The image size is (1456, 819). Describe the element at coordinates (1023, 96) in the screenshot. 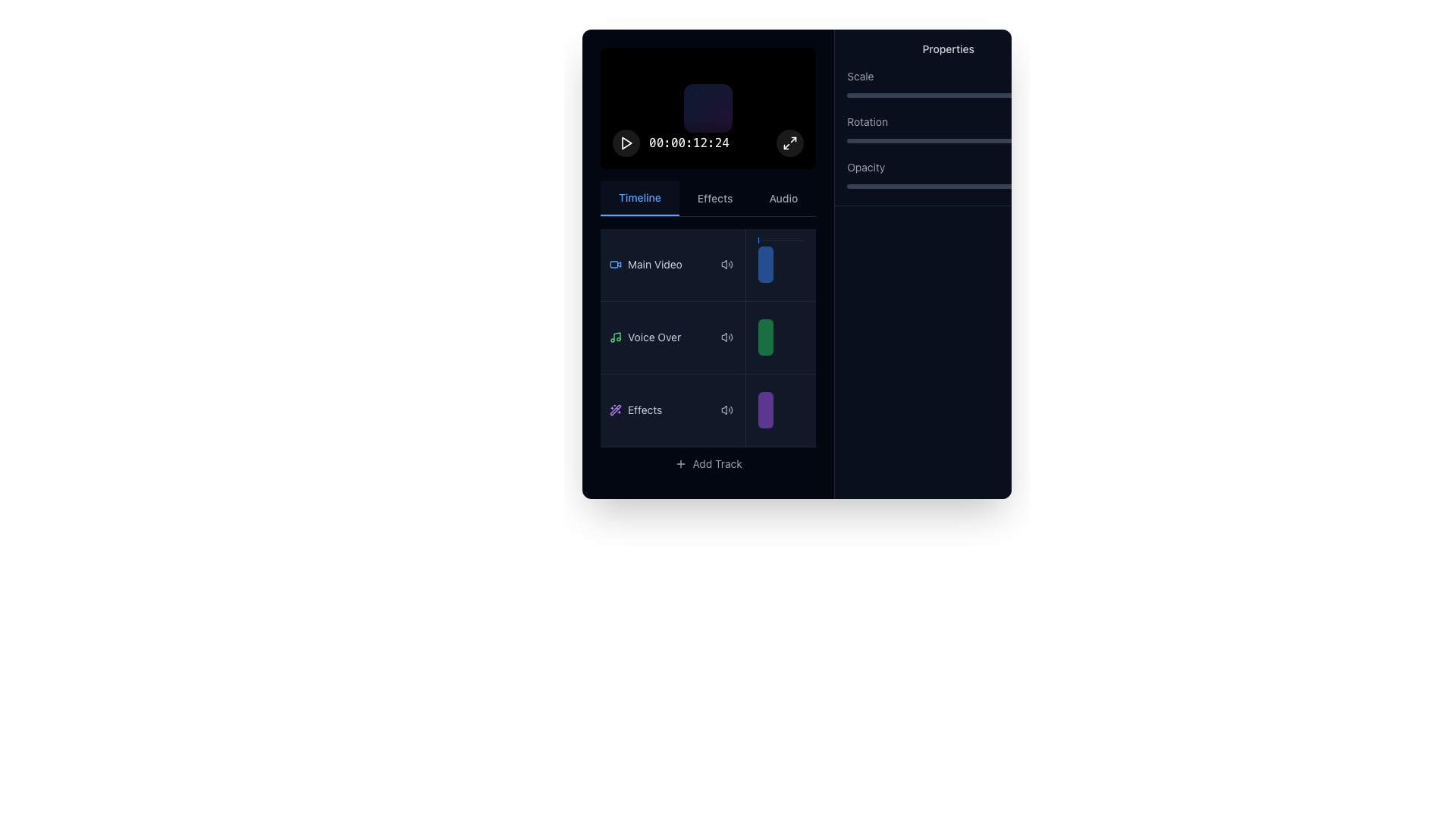

I see `the scale property` at that location.